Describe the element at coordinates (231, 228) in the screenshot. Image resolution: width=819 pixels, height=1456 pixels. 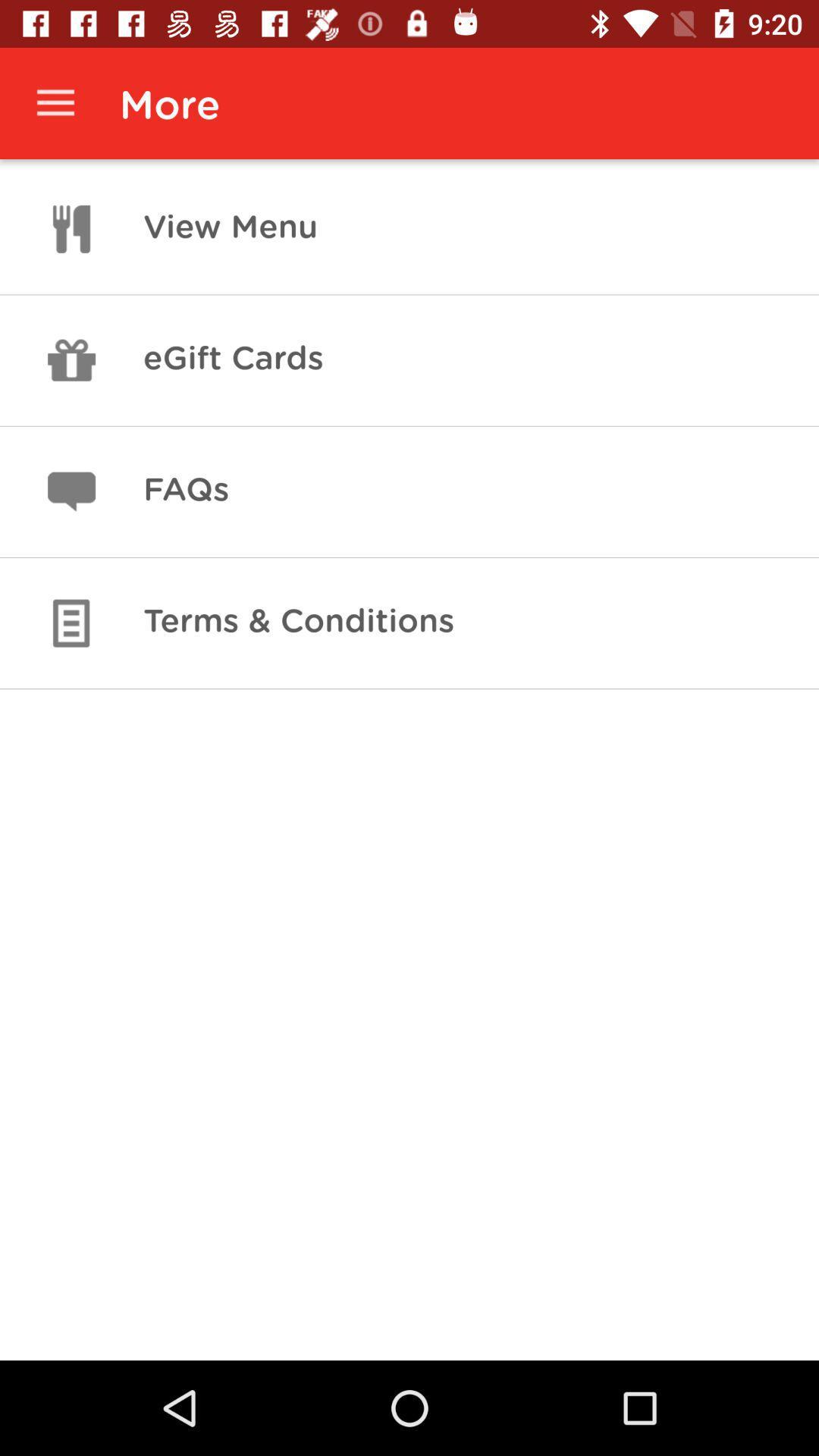
I see `the icon above the egift cards item` at that location.